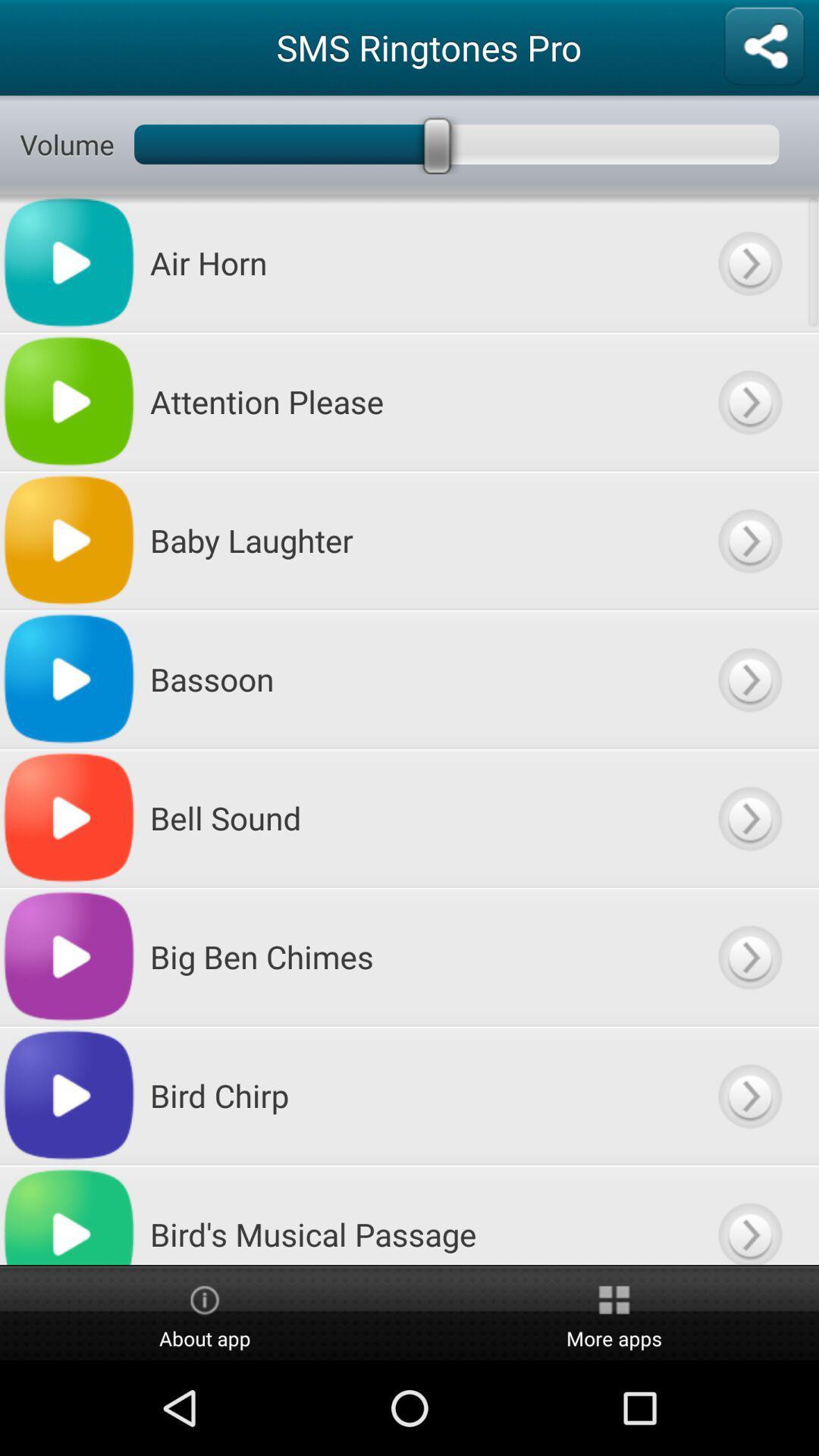 This screenshot has width=819, height=1456. Describe the element at coordinates (748, 817) in the screenshot. I see `open item` at that location.